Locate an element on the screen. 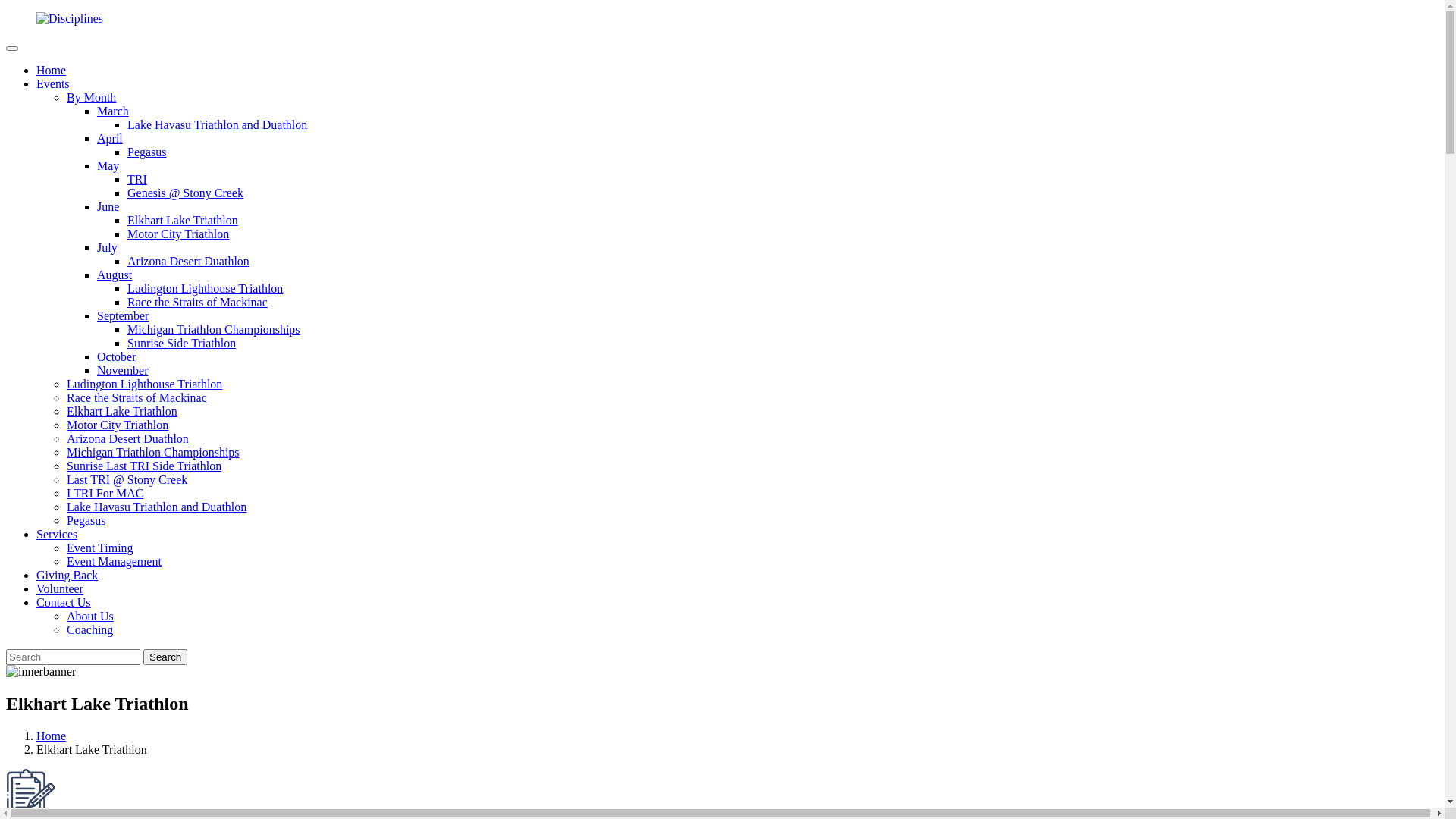  'TRI' is located at coordinates (137, 178).